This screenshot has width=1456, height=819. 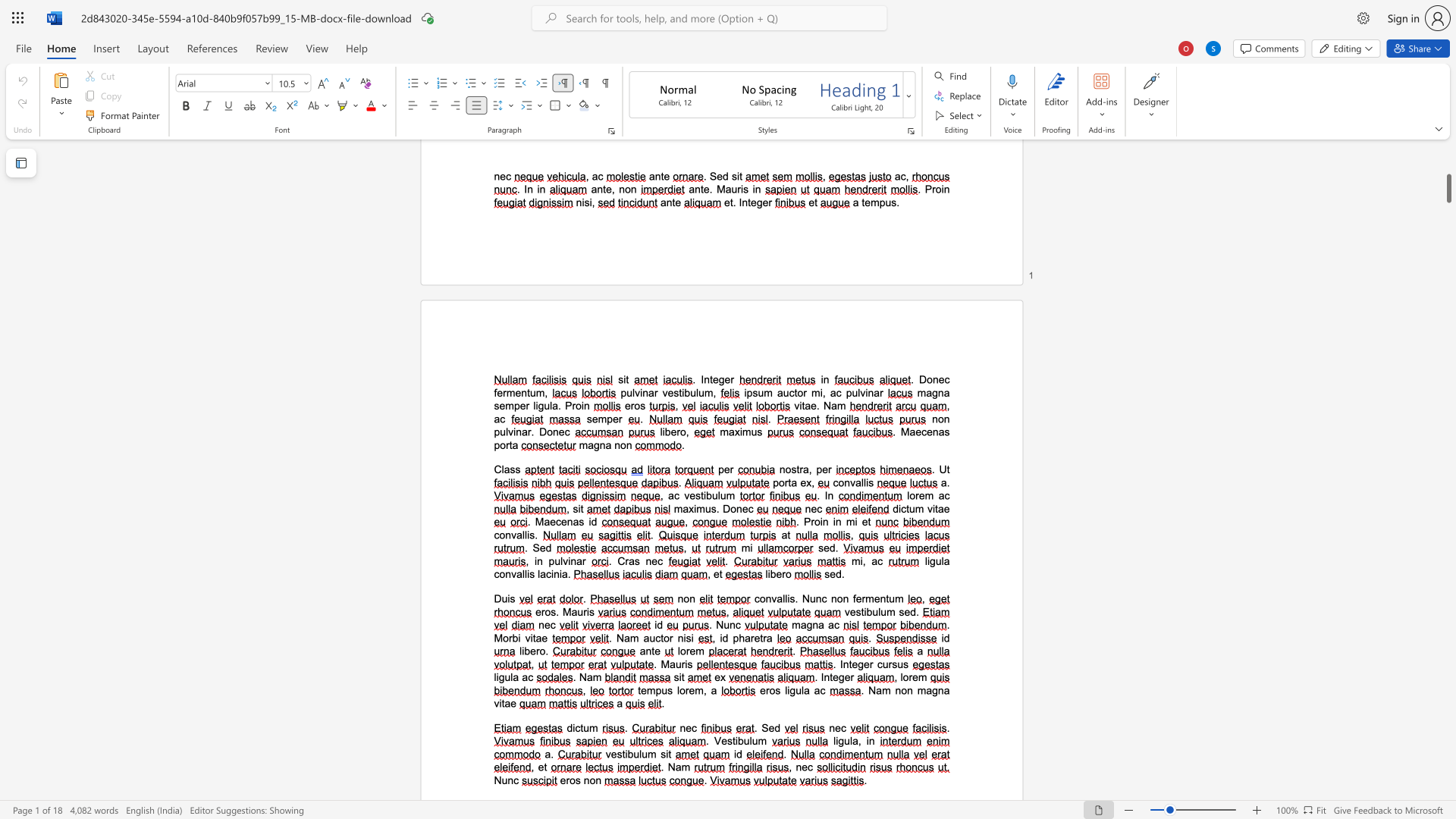 I want to click on the space between the continuous character "n" and "t" in the text, so click(x=526, y=391).